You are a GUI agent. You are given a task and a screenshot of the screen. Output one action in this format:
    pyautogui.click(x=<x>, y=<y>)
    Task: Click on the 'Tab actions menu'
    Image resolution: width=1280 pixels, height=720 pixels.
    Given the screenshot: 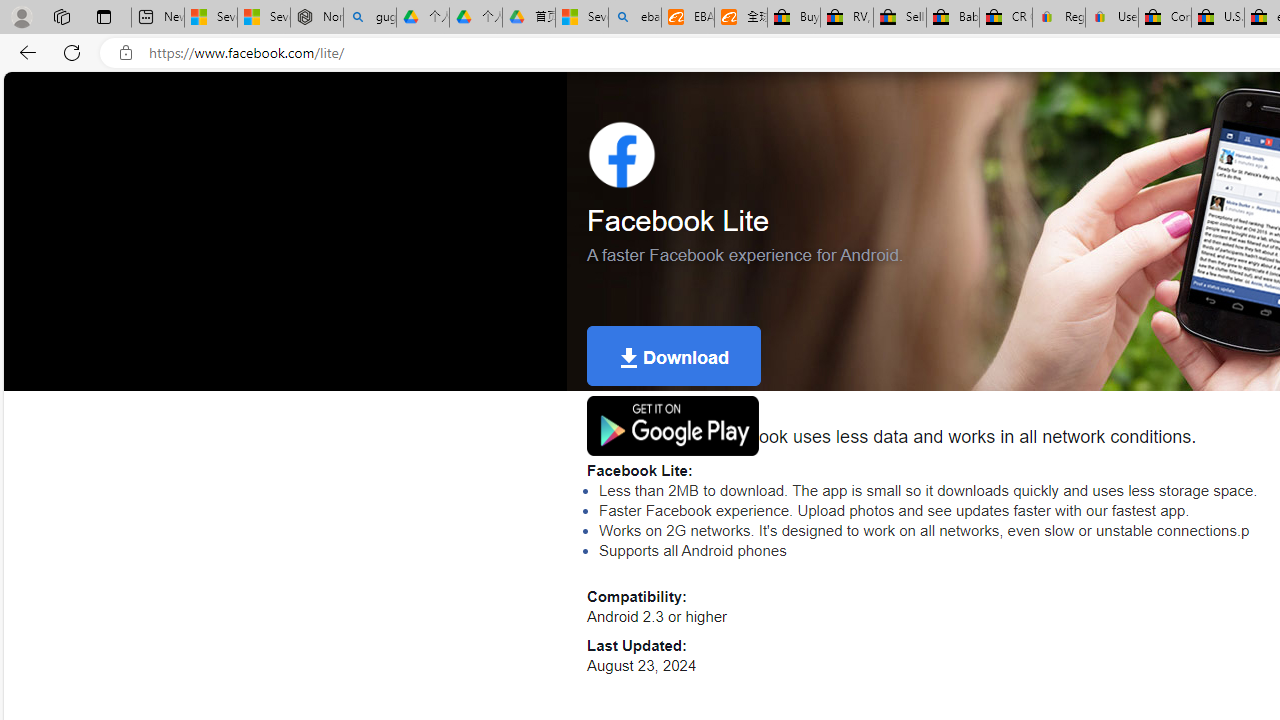 What is the action you would take?
    pyautogui.click(x=103, y=16)
    